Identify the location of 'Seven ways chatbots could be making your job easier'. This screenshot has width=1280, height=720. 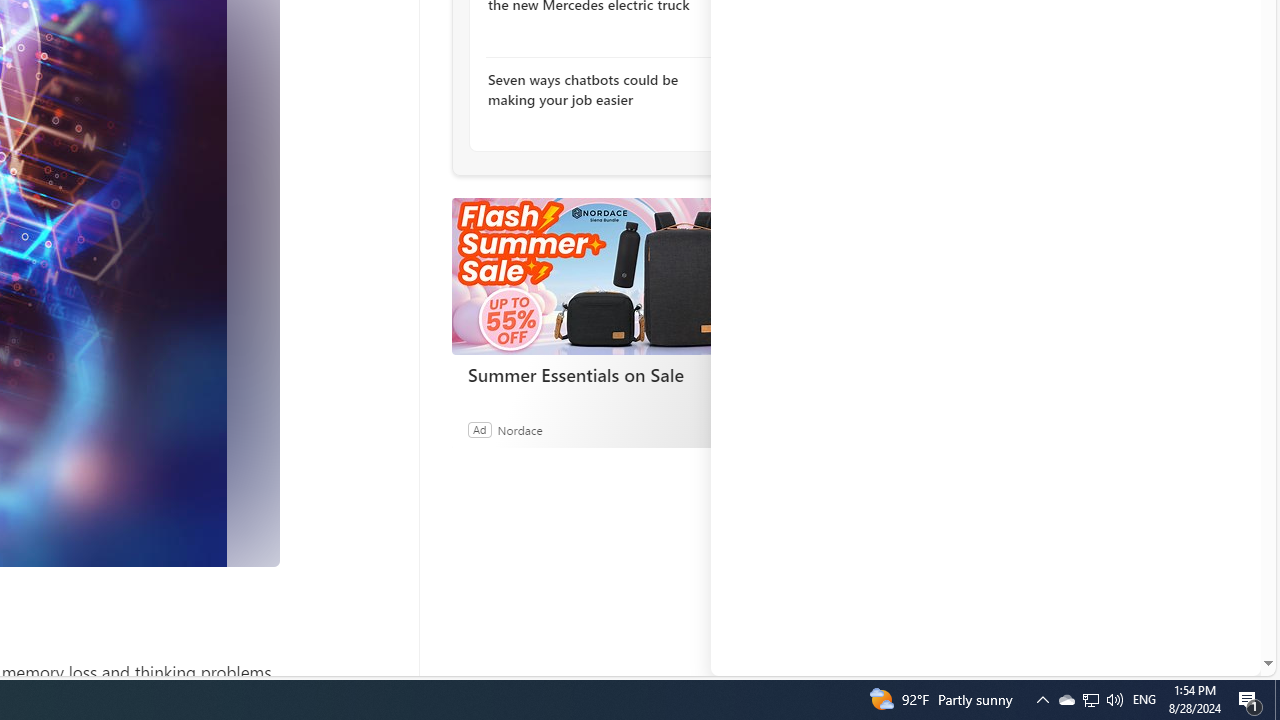
(595, 88).